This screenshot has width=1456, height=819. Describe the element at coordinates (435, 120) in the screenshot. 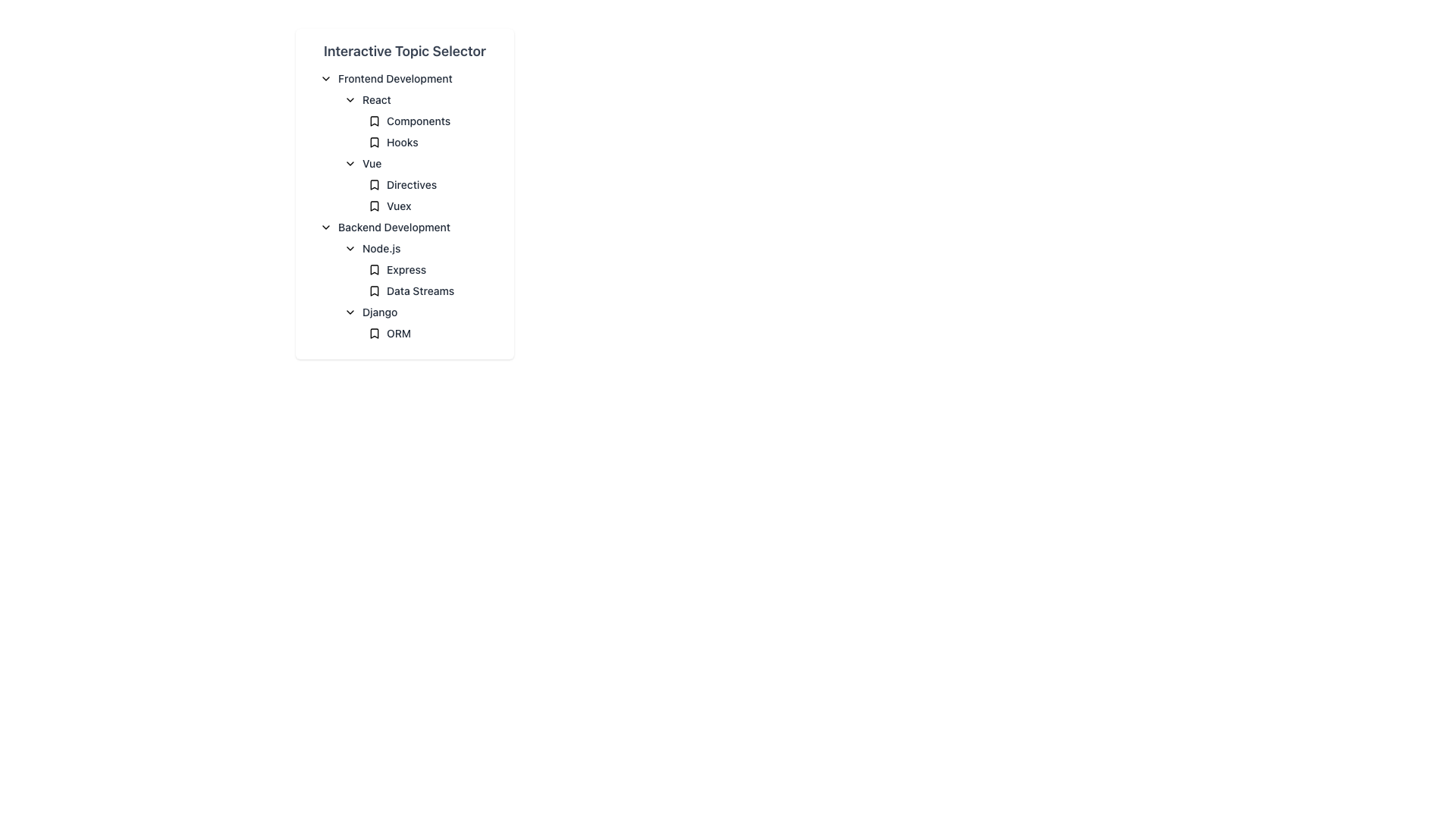

I see `the 'Components' item within the 'React' subcategory of the 'Frontend Development' section in the topic selector panel` at that location.